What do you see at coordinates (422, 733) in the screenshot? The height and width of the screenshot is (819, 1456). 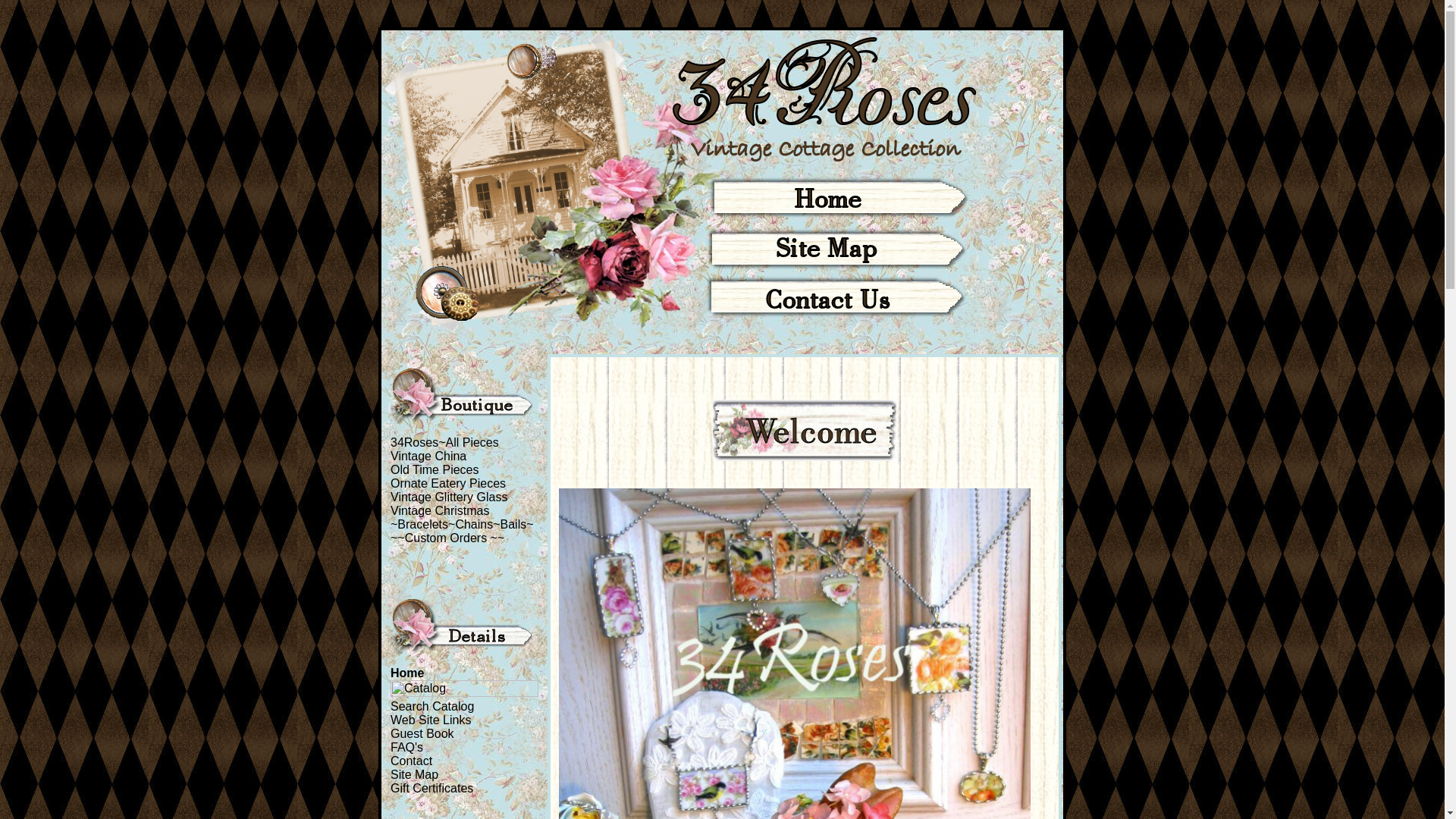 I see `'Guest Book'` at bounding box center [422, 733].